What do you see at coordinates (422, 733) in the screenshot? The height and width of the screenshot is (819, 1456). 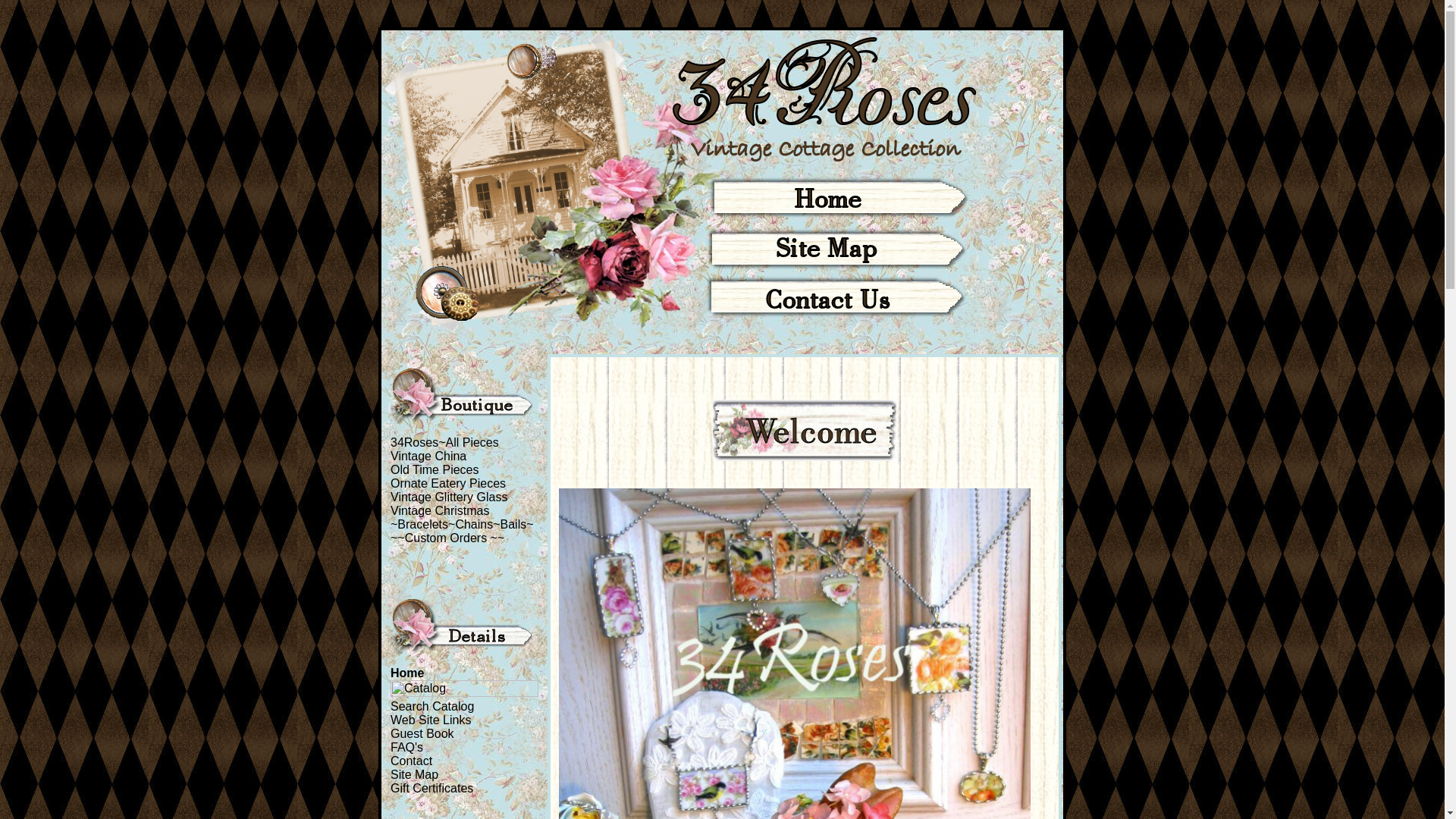 I see `'Guest Book'` at bounding box center [422, 733].